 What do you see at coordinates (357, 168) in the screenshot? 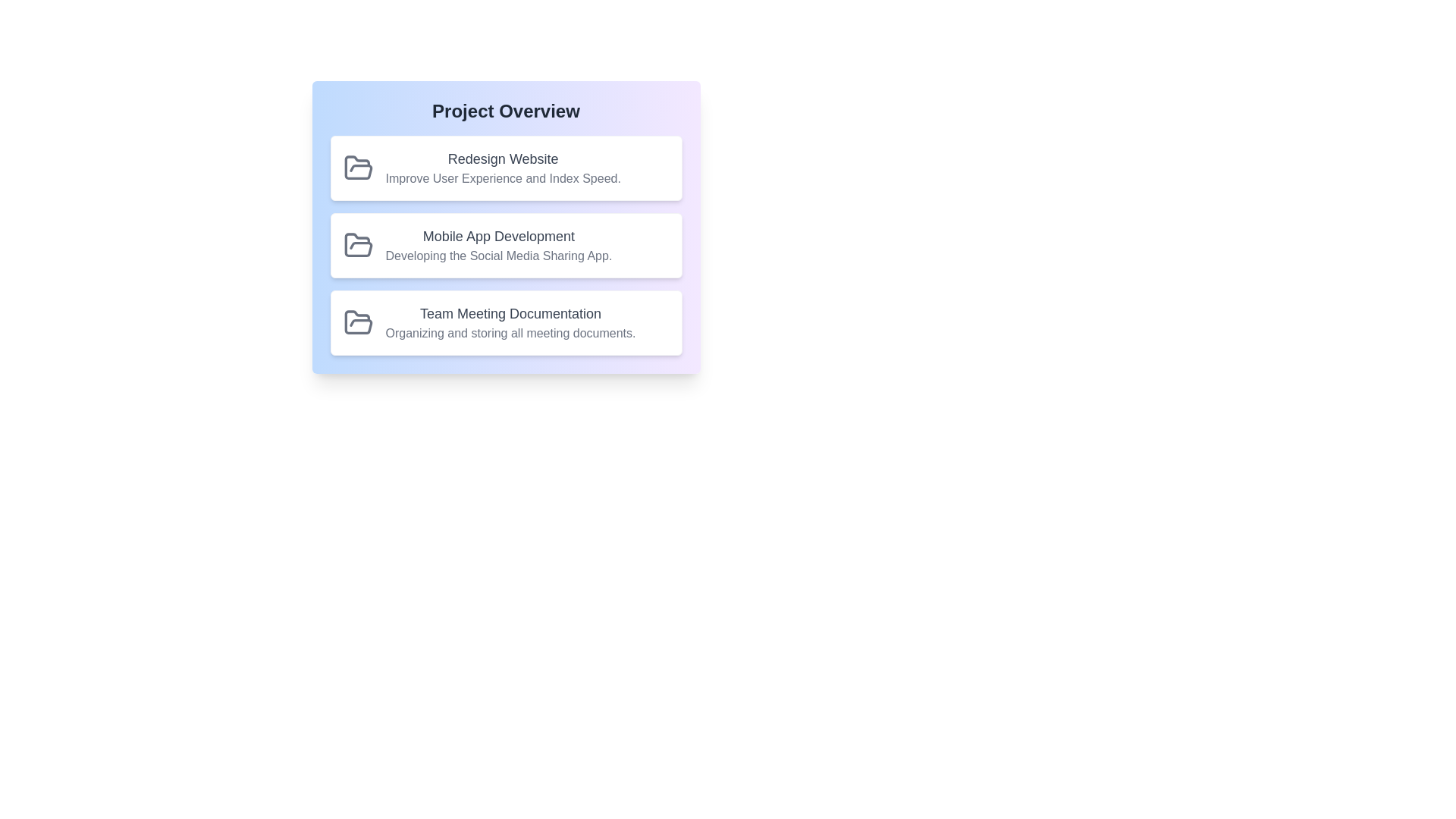
I see `the folder icon for the project titled 'Redesign Website'` at bounding box center [357, 168].